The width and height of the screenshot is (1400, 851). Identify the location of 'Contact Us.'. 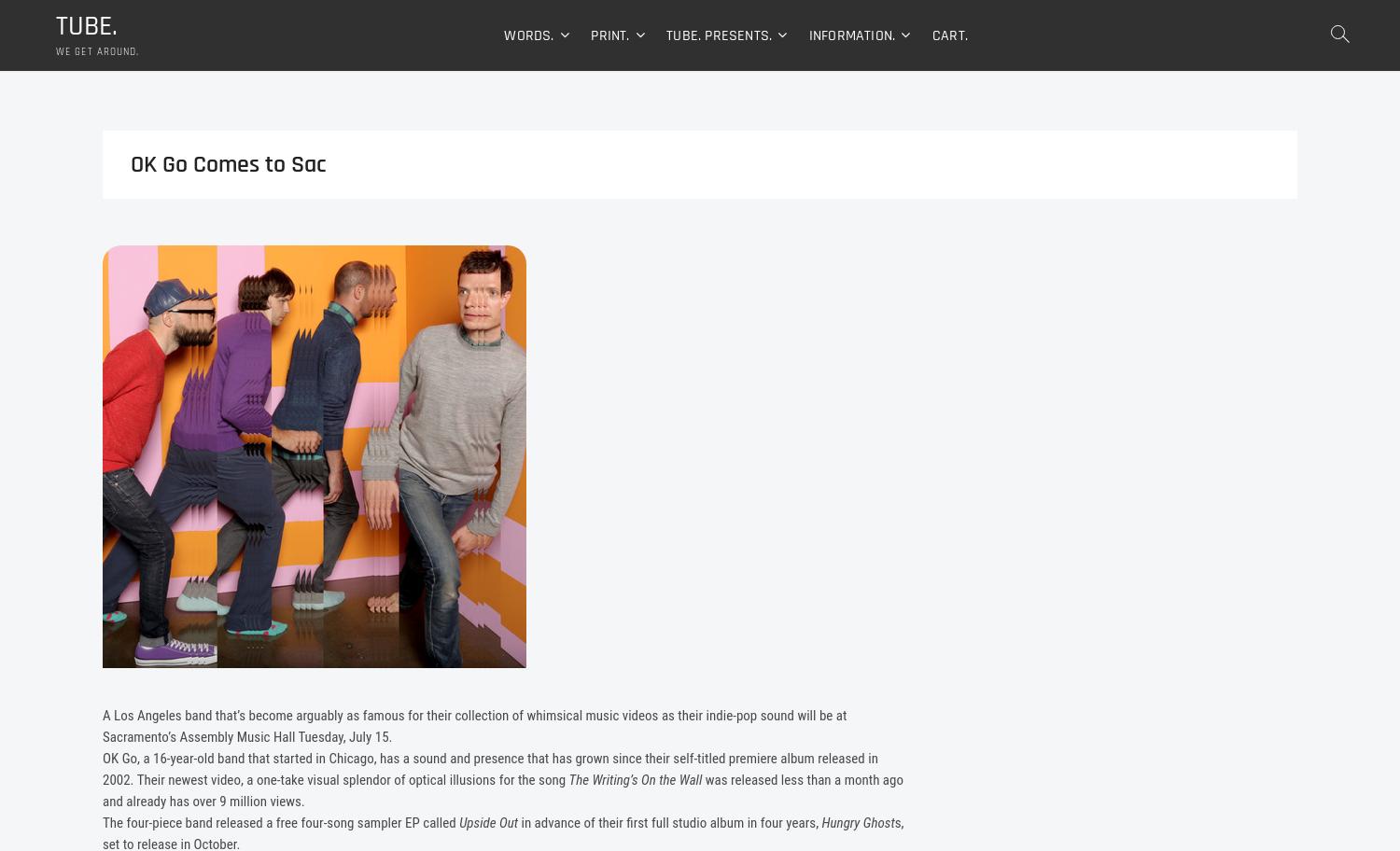
(812, 223).